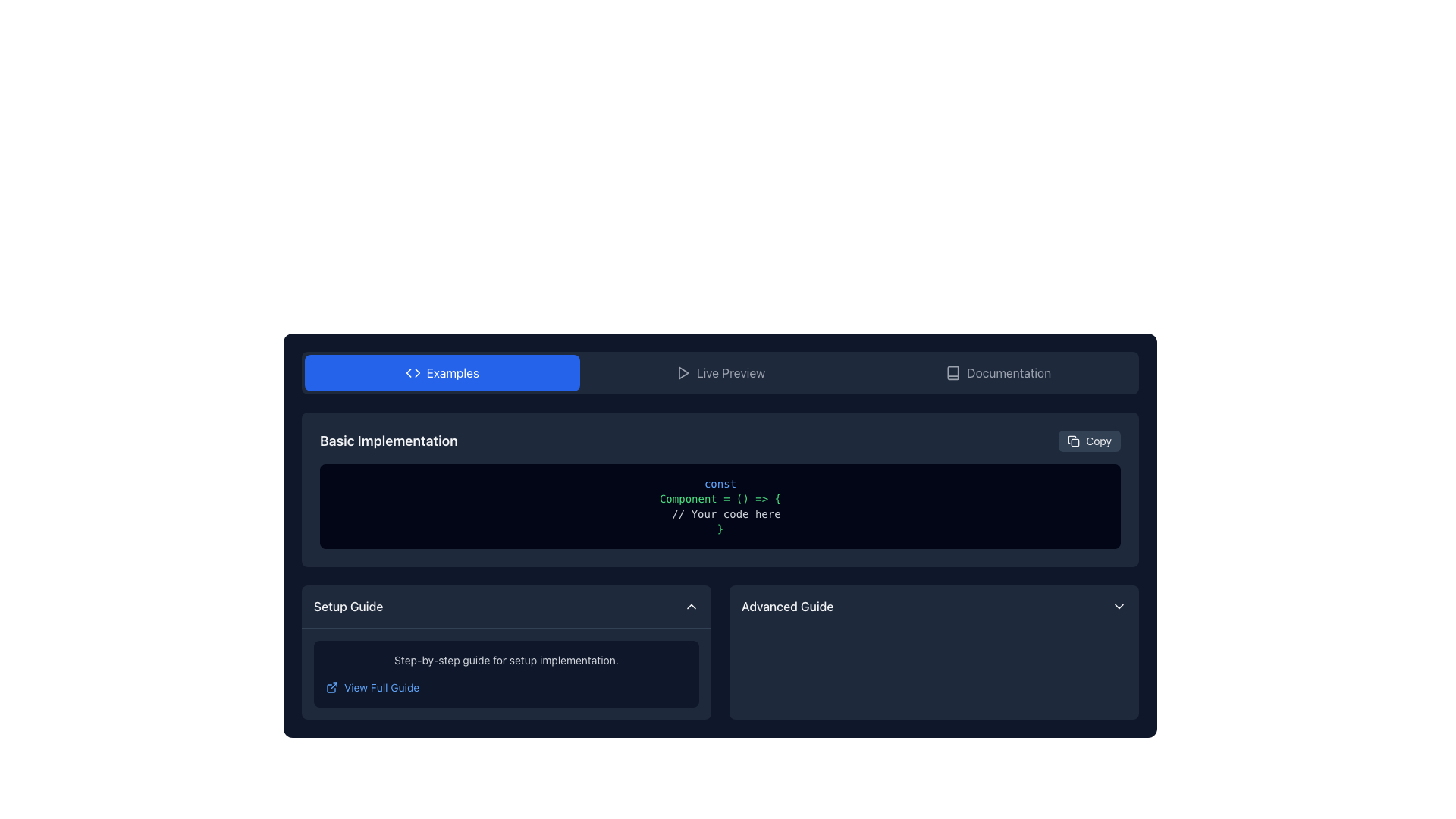 This screenshot has width=1456, height=819. Describe the element at coordinates (1073, 441) in the screenshot. I see `the 'Copy' icon, which is a small icon representing the 'Copy' function, located at the top-right corner of the 'Basic Implementation' section, visually aligned with the 'Copy' text` at that location.